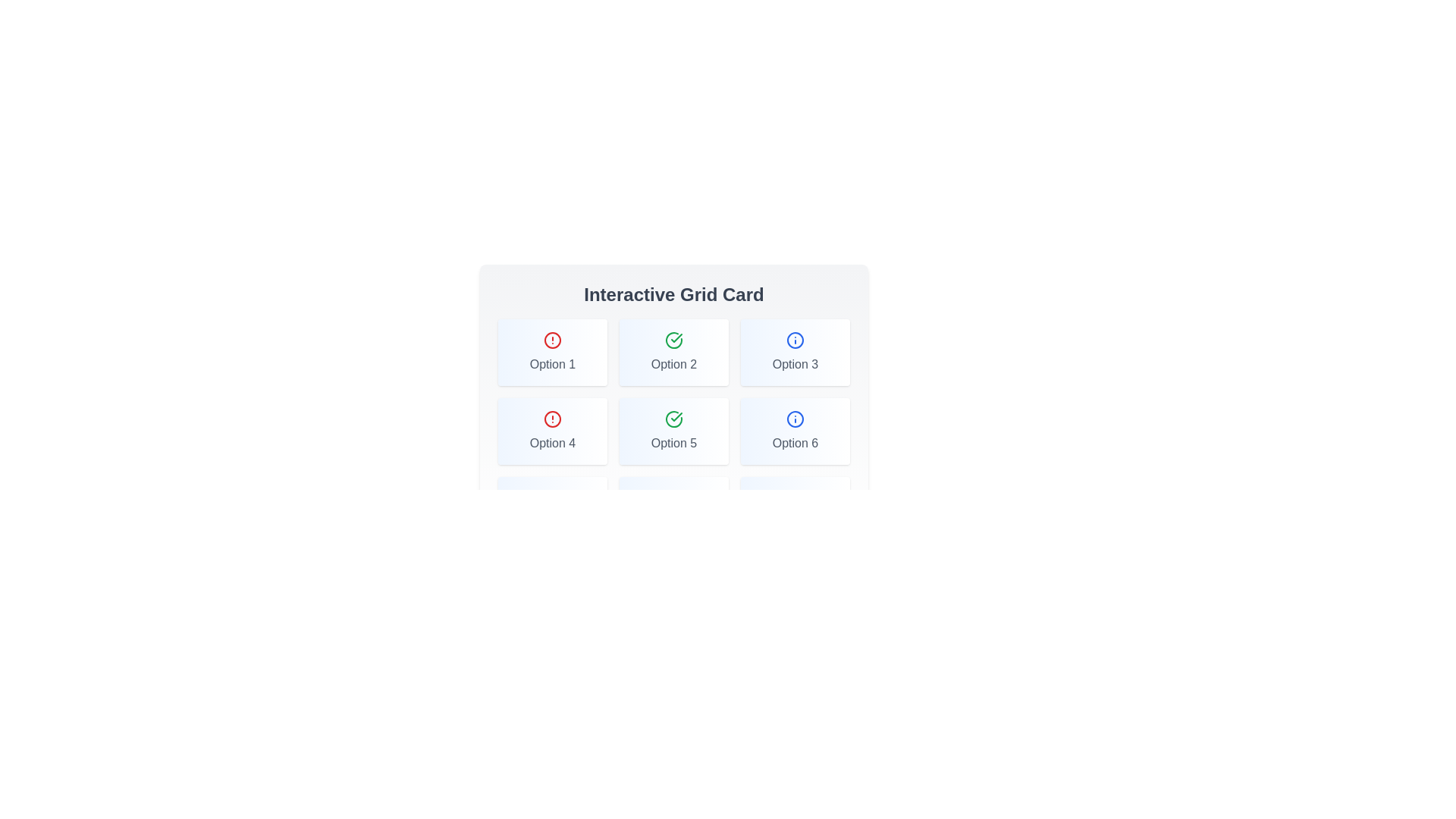  I want to click on the green circular icon with a checkmark located in the middle column of the second row in the 3x2 grid layout, corresponding to 'Option 5', so click(673, 419).